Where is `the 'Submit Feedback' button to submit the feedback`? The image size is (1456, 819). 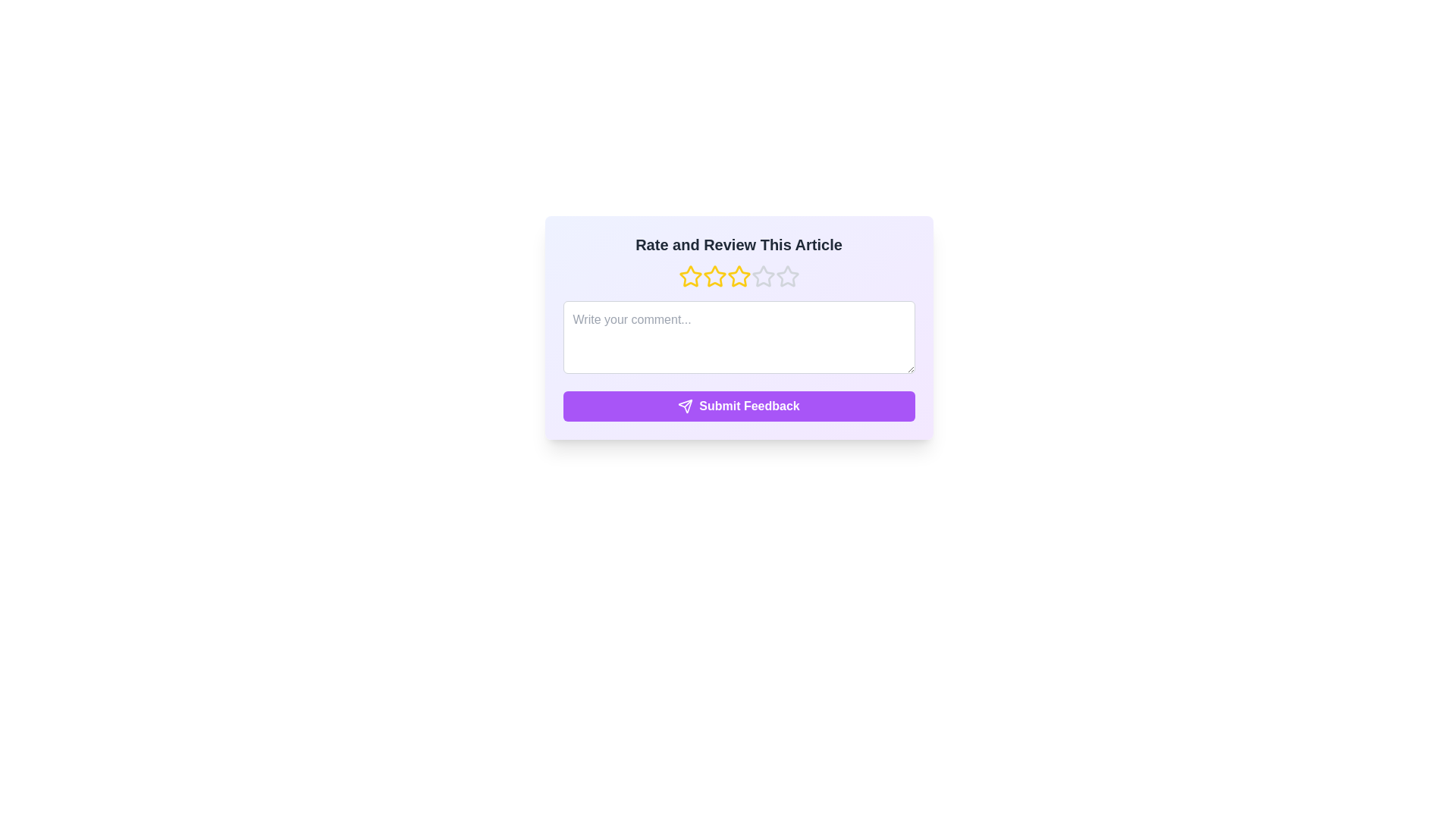 the 'Submit Feedback' button to submit the feedback is located at coordinates (739, 406).